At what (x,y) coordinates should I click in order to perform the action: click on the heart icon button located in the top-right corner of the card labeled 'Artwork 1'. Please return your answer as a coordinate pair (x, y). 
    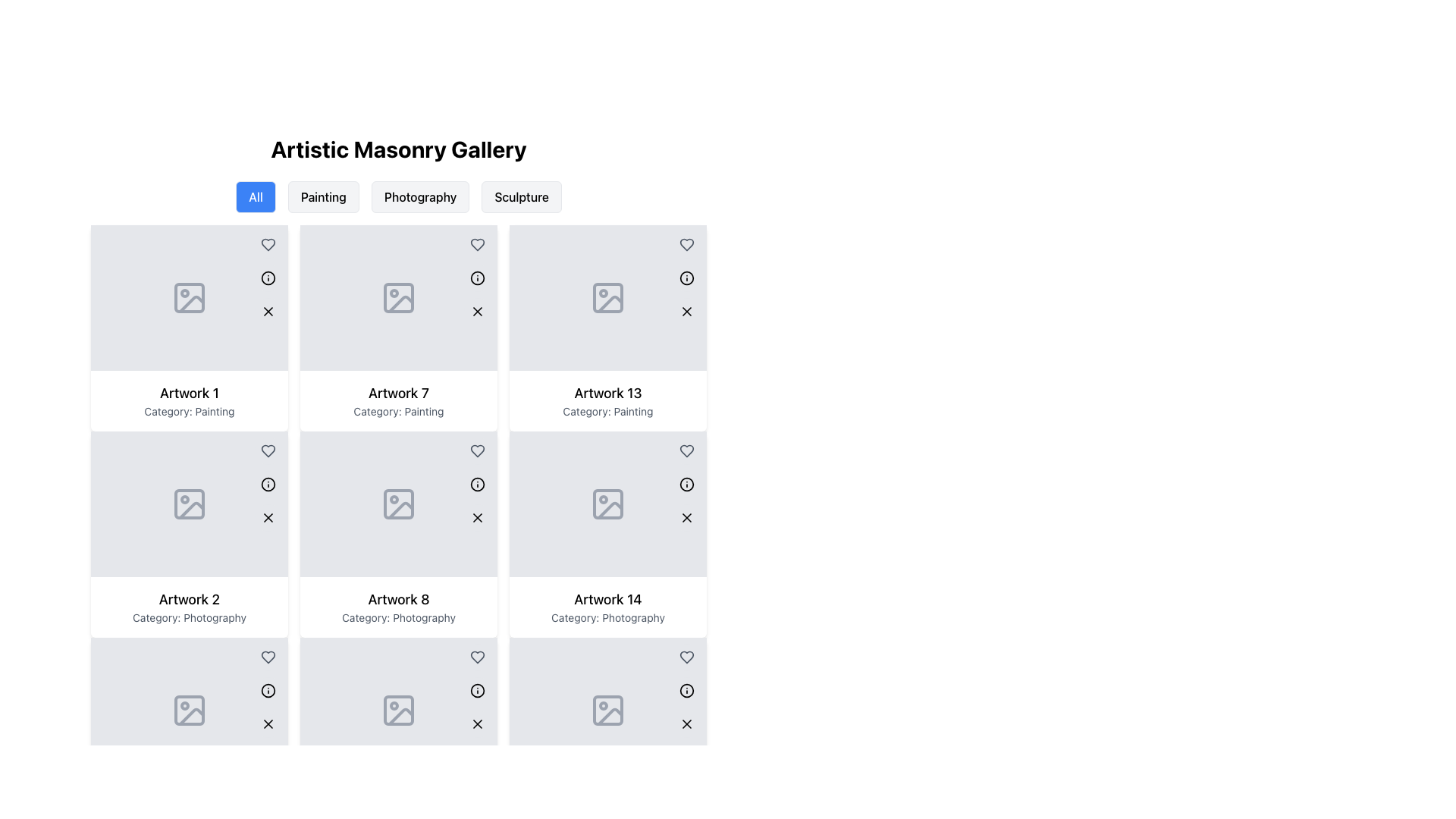
    Looking at the image, I should click on (268, 450).